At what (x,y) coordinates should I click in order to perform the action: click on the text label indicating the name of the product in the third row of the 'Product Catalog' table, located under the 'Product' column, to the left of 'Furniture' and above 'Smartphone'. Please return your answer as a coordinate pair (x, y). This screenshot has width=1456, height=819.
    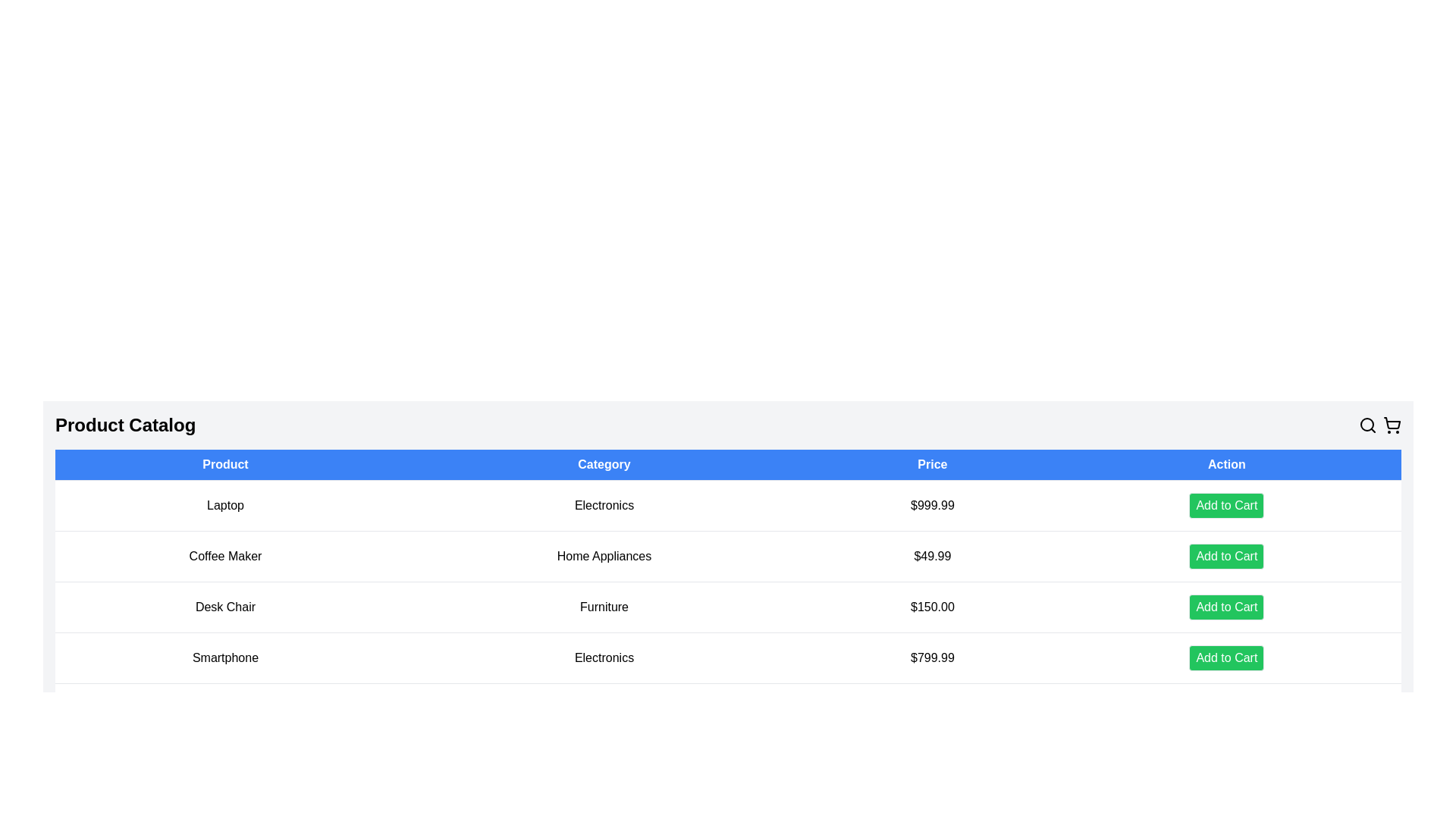
    Looking at the image, I should click on (224, 607).